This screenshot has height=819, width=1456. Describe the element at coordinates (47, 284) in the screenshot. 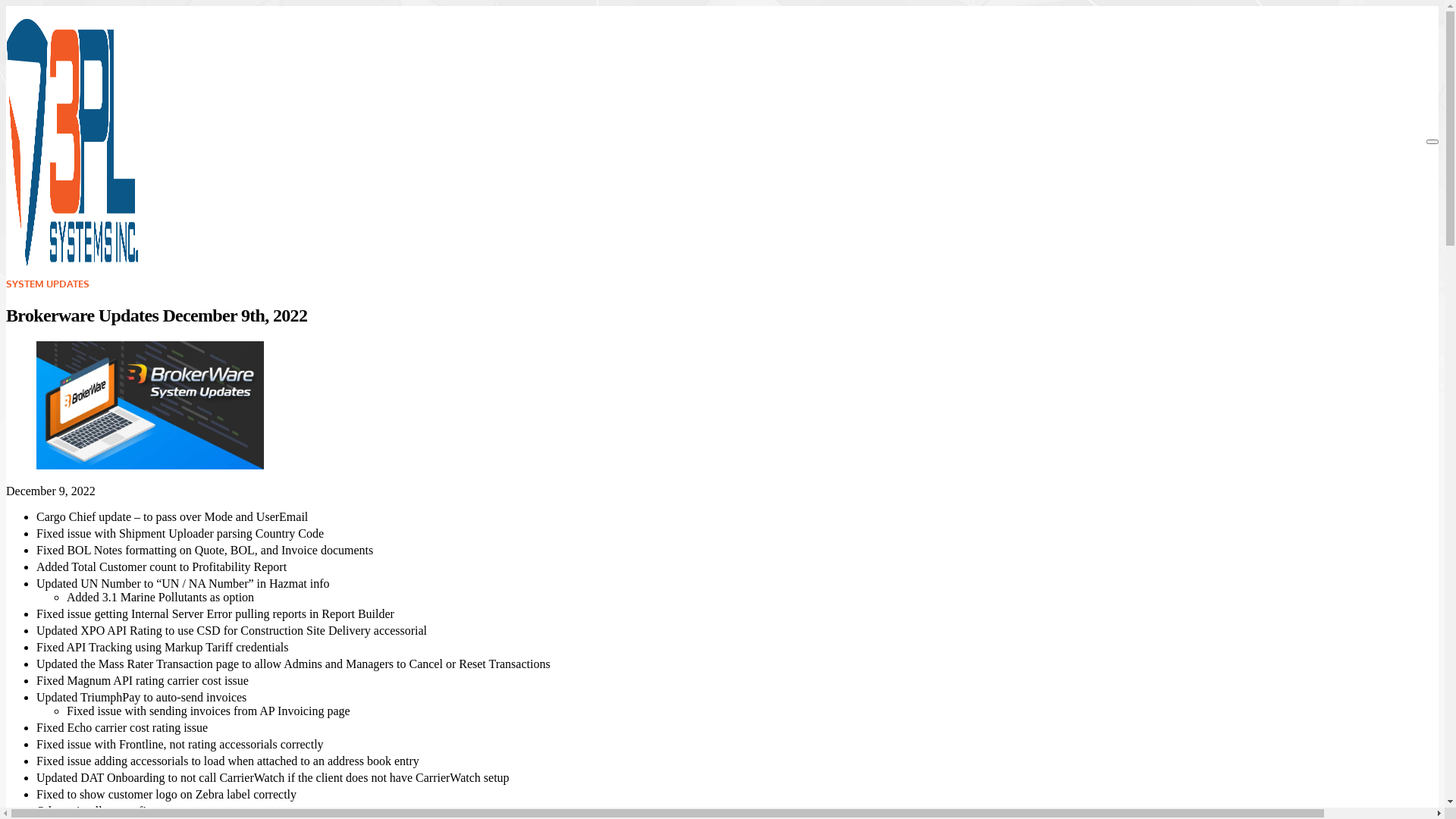

I see `'SYSTEM UPDATES'` at that location.